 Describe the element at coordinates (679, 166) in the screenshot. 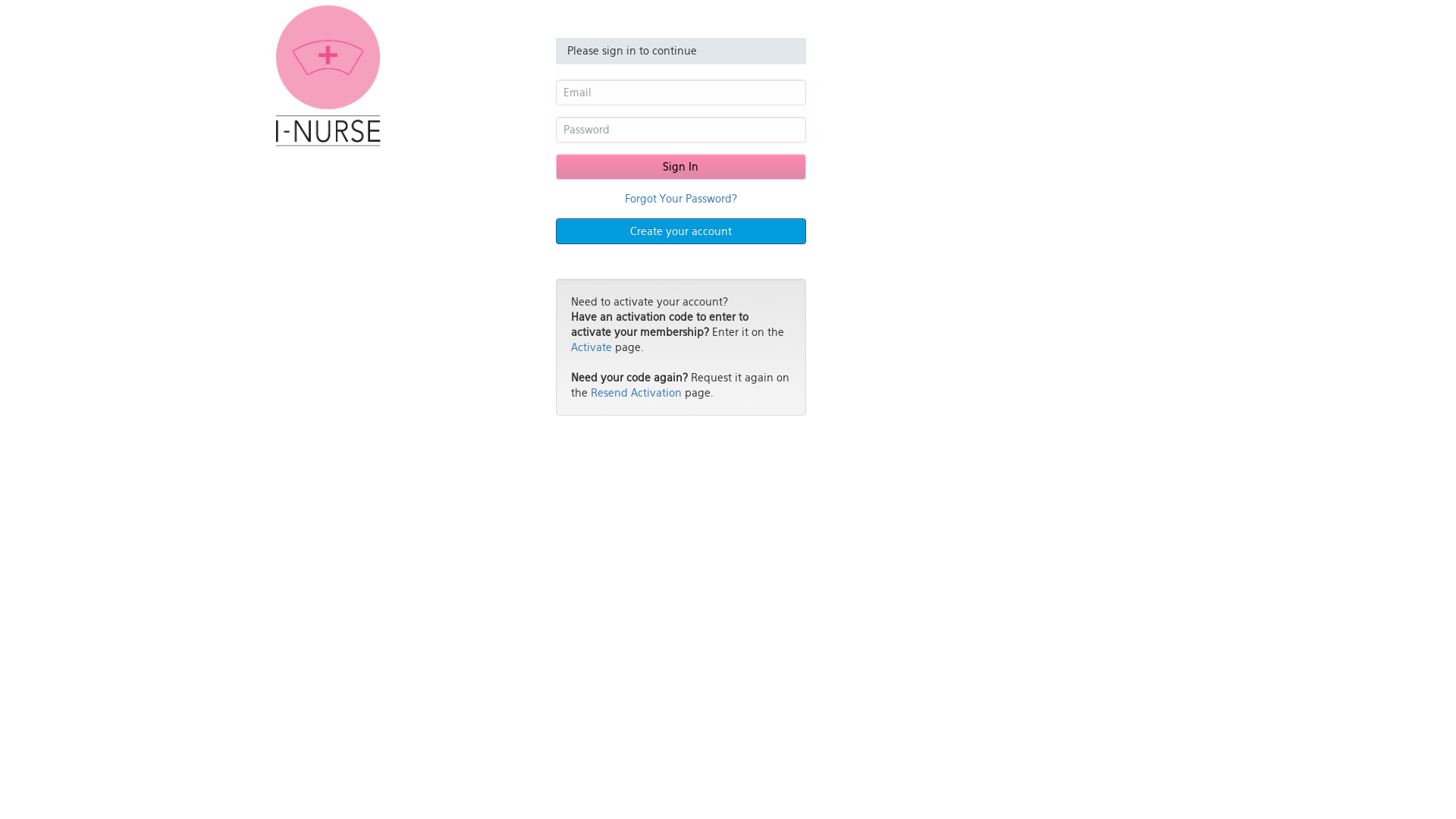

I see `'Sign In'` at that location.